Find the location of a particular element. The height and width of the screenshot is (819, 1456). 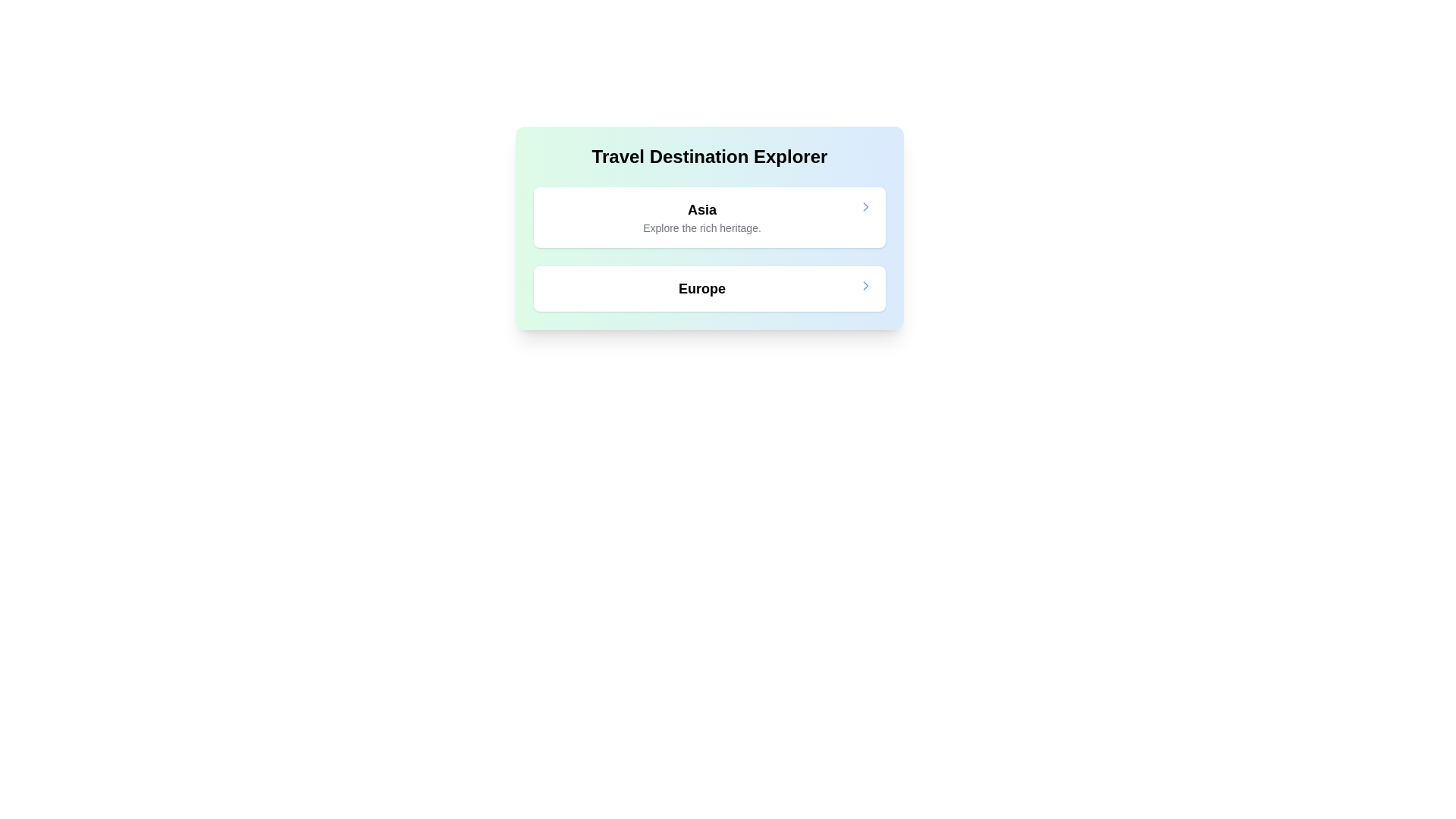

the textual content block that features a bold headline 'Asia' and a smaller subtitle 'Explore the rich heritage.' is located at coordinates (701, 217).